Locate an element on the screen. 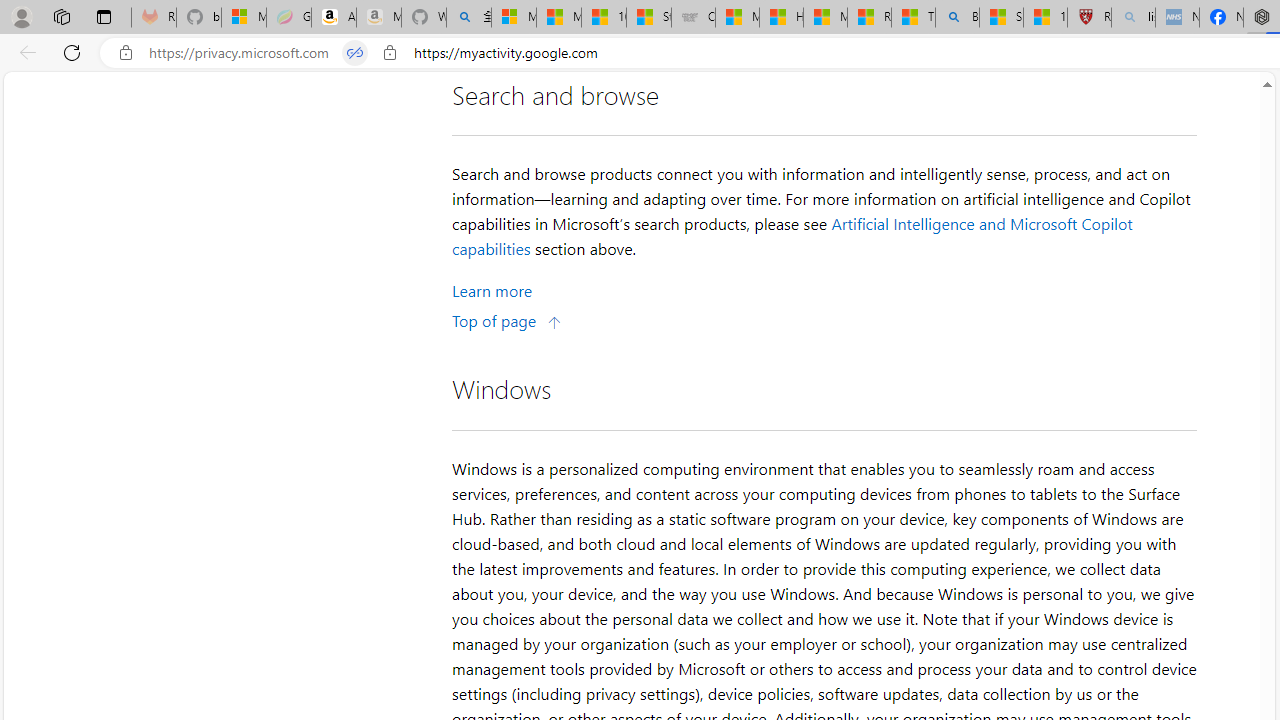  'Combat Siege' is located at coordinates (693, 17).